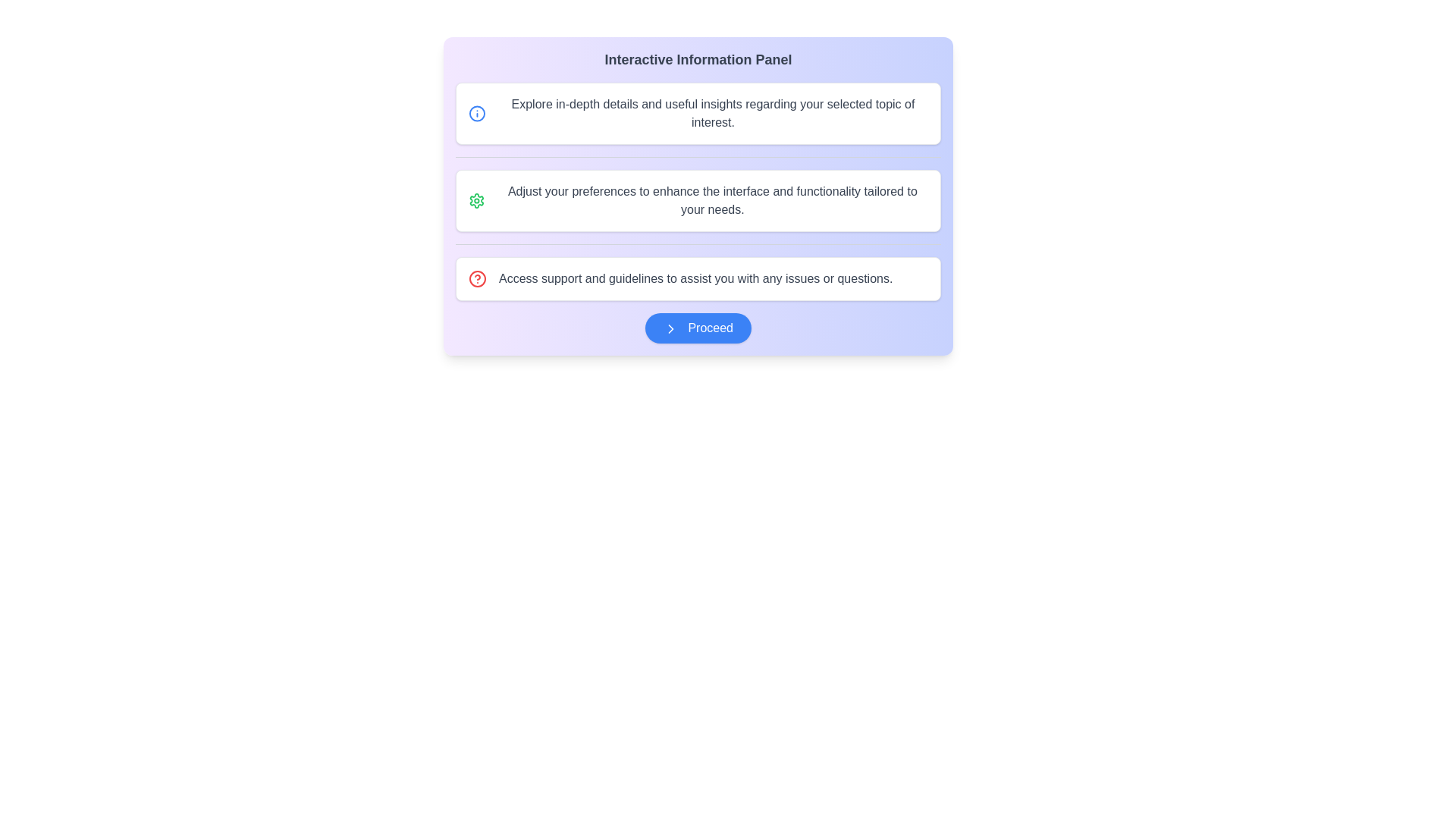 The height and width of the screenshot is (819, 1456). What do you see at coordinates (670, 328) in the screenshot?
I see `the Decorative icon (chevron-right) located to the left of the 'Proceed' text within the 'Proceed' button at the bottom center of the interface panel` at bounding box center [670, 328].